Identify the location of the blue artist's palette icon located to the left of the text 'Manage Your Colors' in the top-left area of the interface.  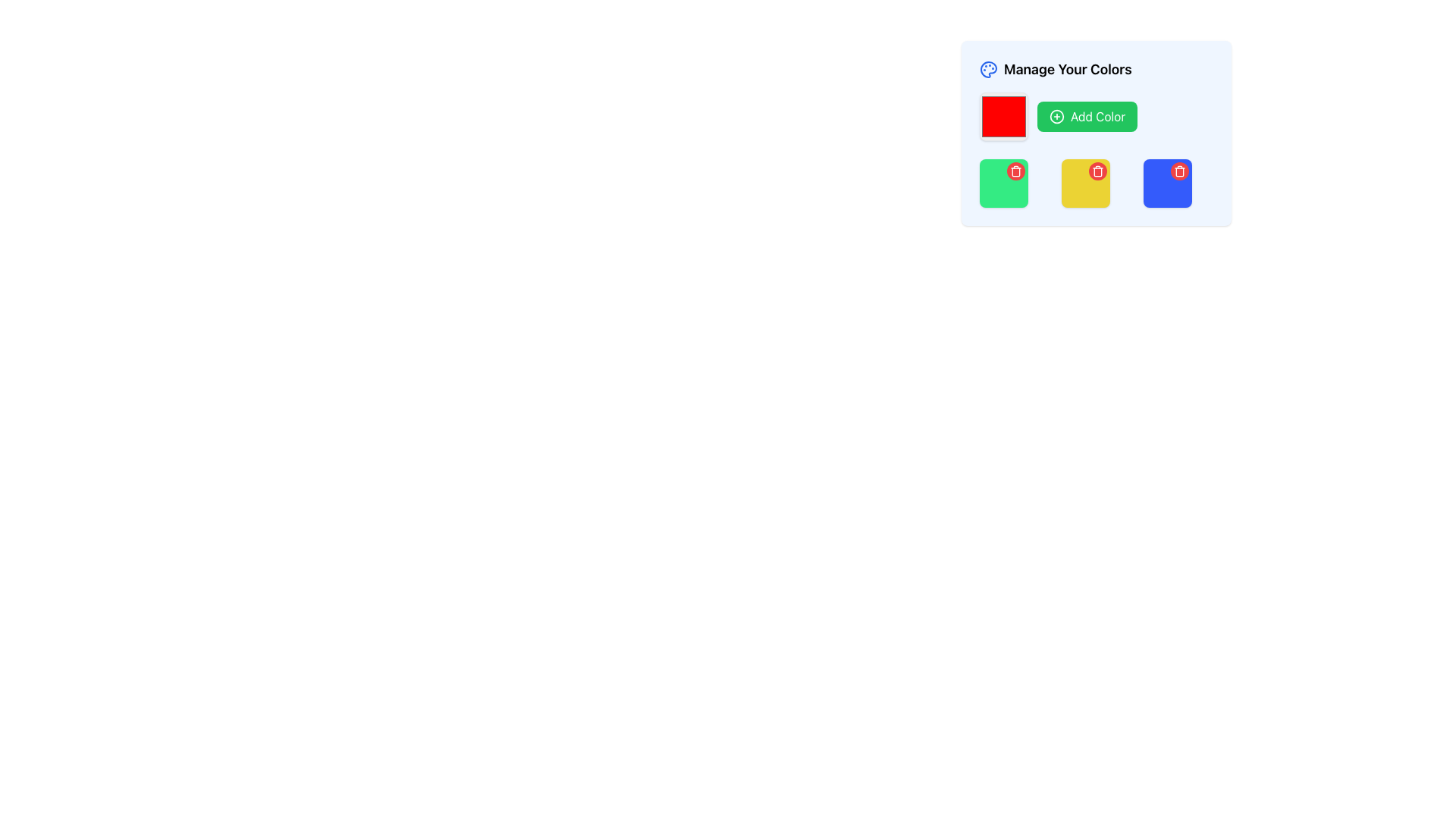
(989, 70).